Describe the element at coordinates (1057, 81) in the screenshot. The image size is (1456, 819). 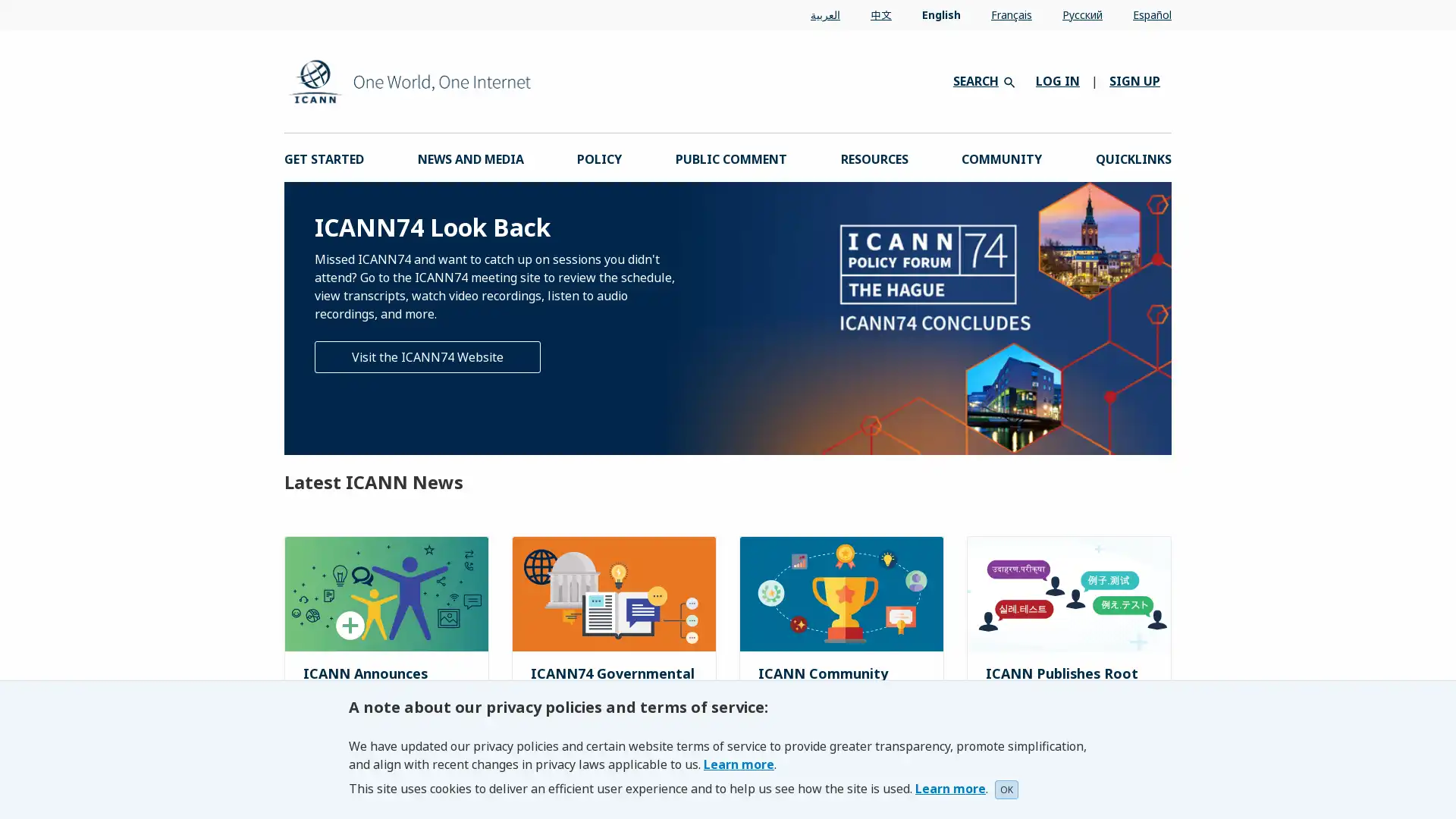
I see `LOG IN` at that location.